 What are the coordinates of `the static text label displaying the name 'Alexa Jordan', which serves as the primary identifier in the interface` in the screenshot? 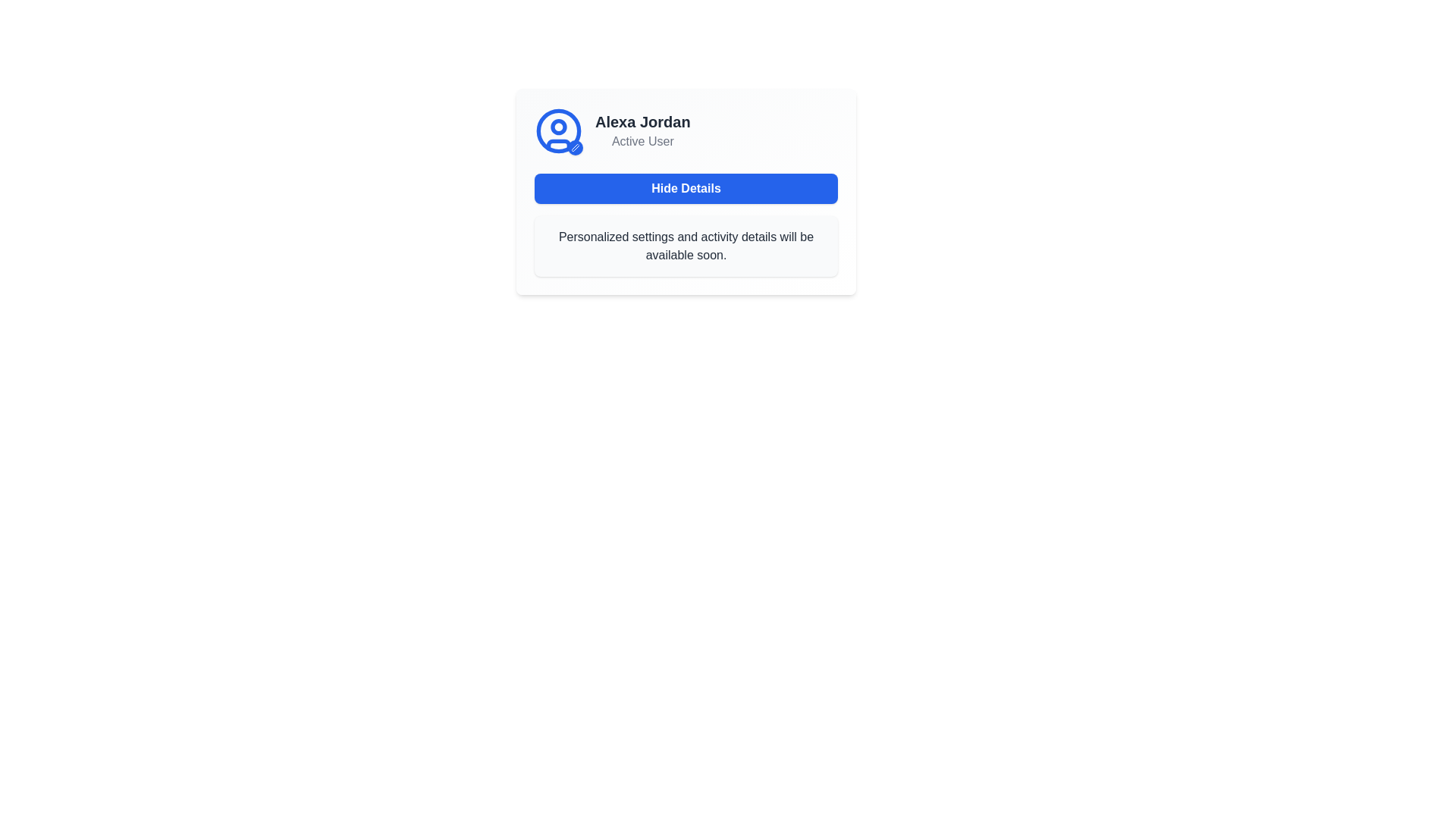 It's located at (642, 121).